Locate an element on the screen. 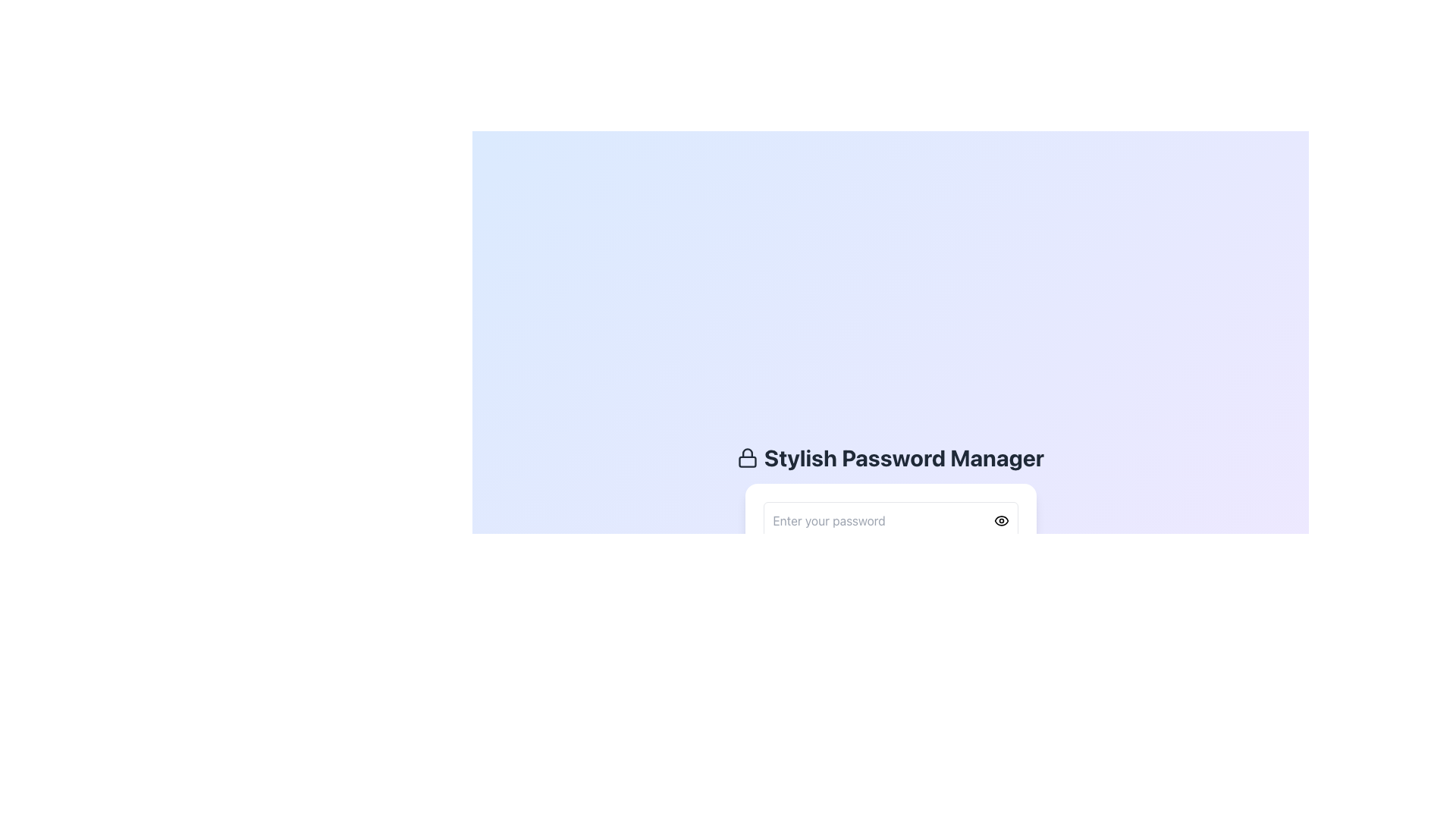 This screenshot has width=1456, height=819. the text block with an icon, which serves as the header for the password manager application is located at coordinates (890, 457).